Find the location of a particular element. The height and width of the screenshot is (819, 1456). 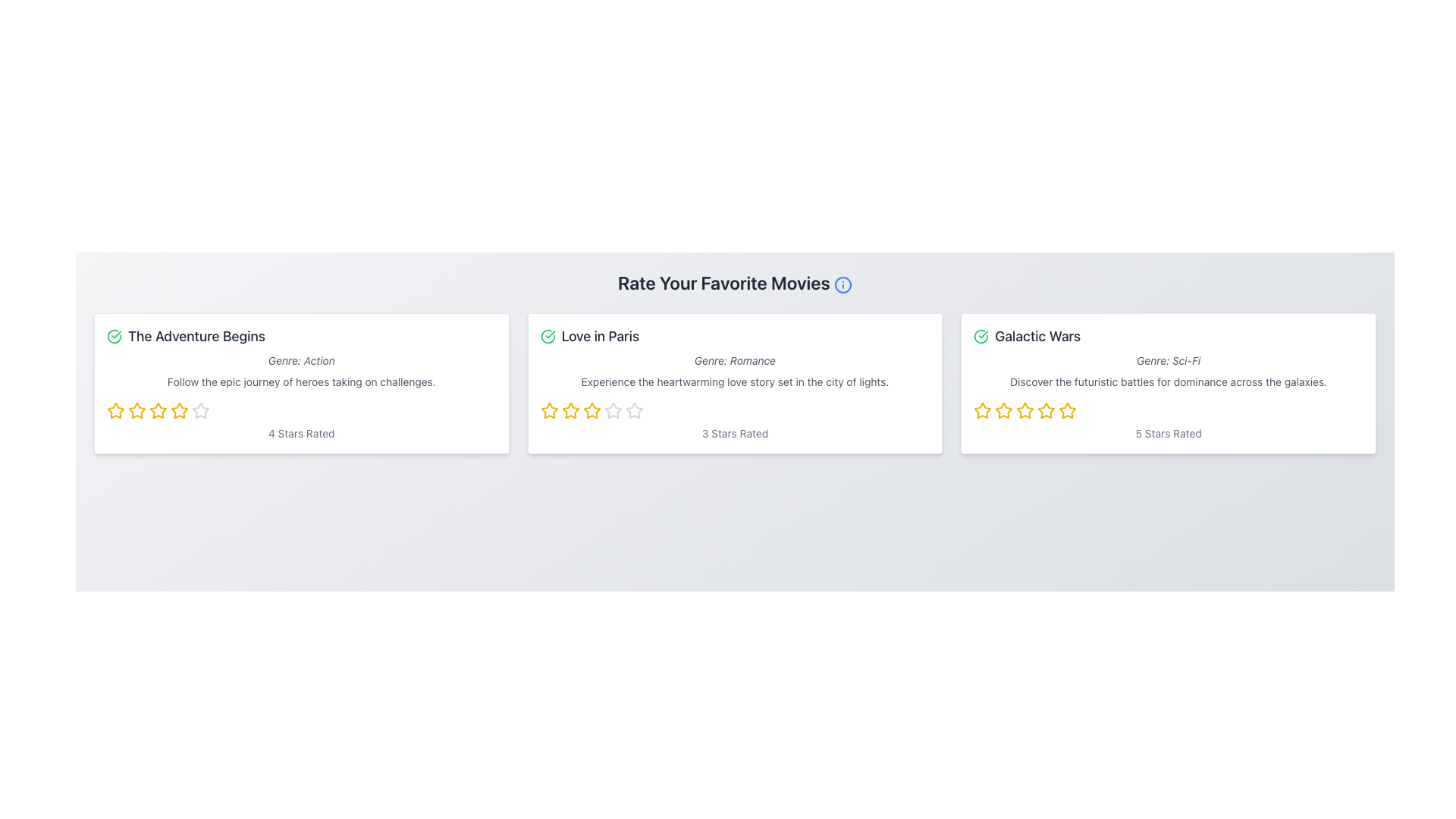

the fourth star in the five-star rating system located underneath the text 'Galactic Wars' in the third card is located at coordinates (1025, 411).